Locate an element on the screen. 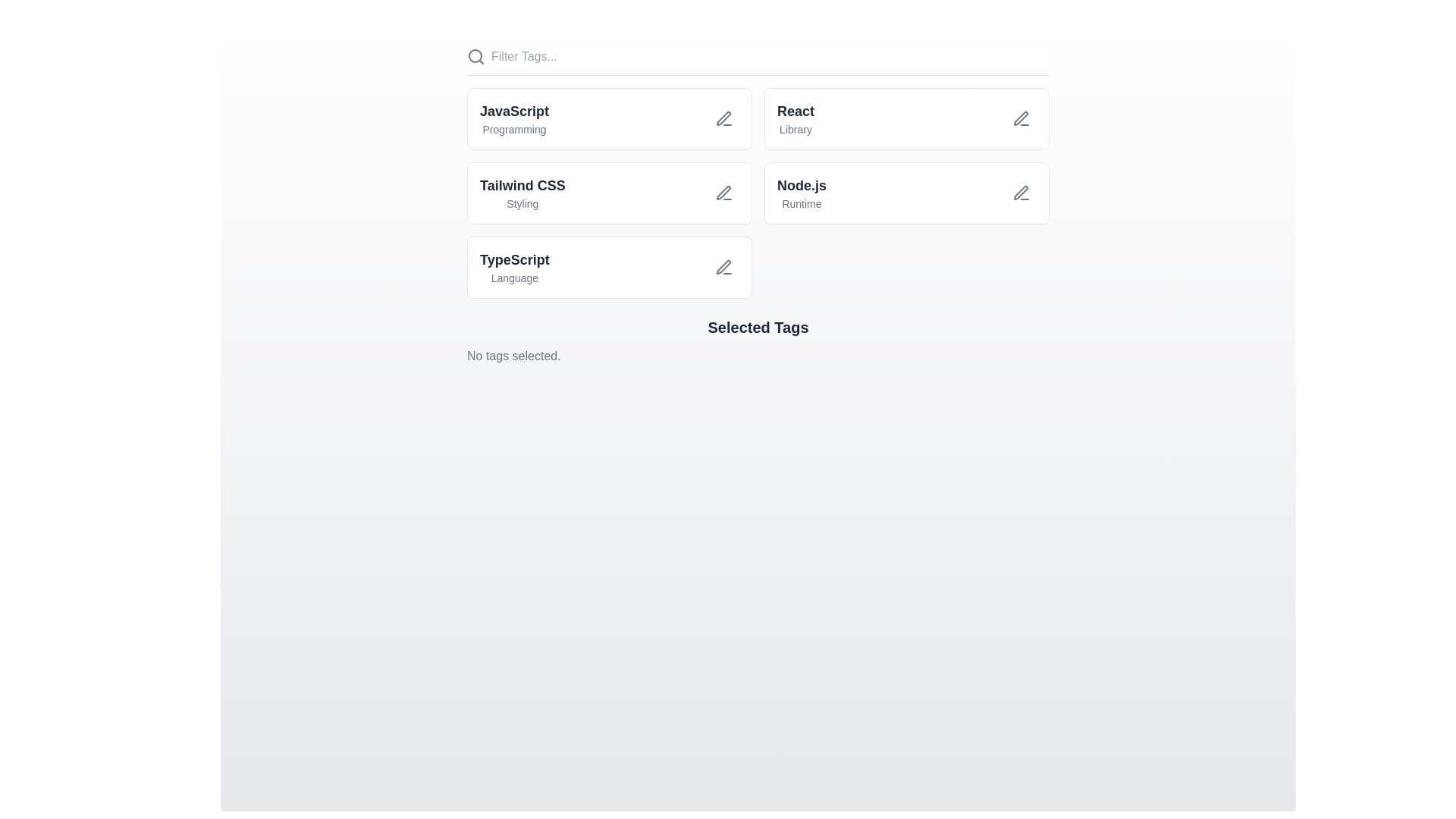 The image size is (1456, 819). the Icon button located in the upper portion of the interface is located at coordinates (723, 118).